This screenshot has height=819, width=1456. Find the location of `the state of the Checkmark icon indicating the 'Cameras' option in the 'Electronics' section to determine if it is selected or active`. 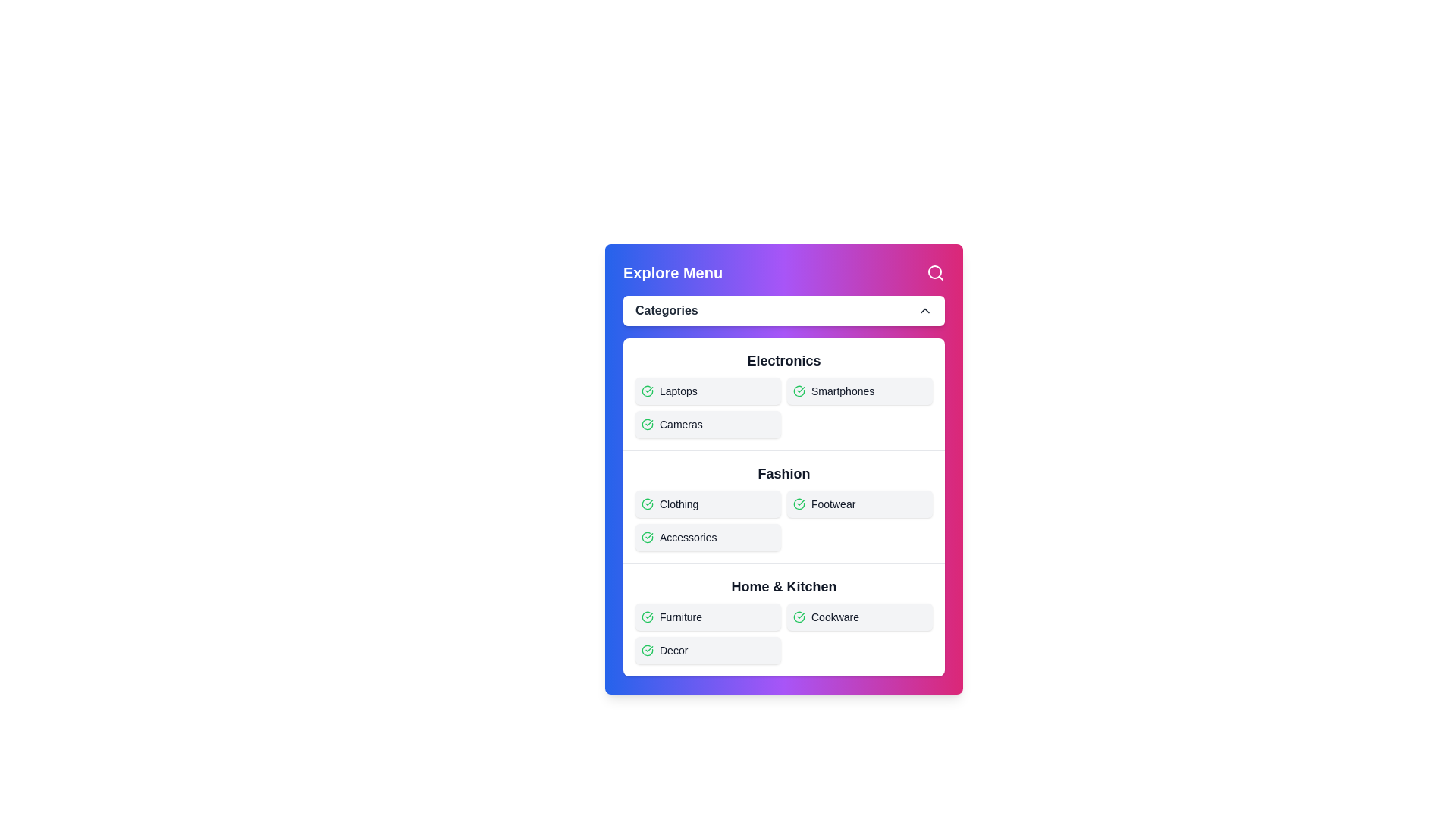

the state of the Checkmark icon indicating the 'Cameras' option in the 'Electronics' section to determine if it is selected or active is located at coordinates (648, 424).